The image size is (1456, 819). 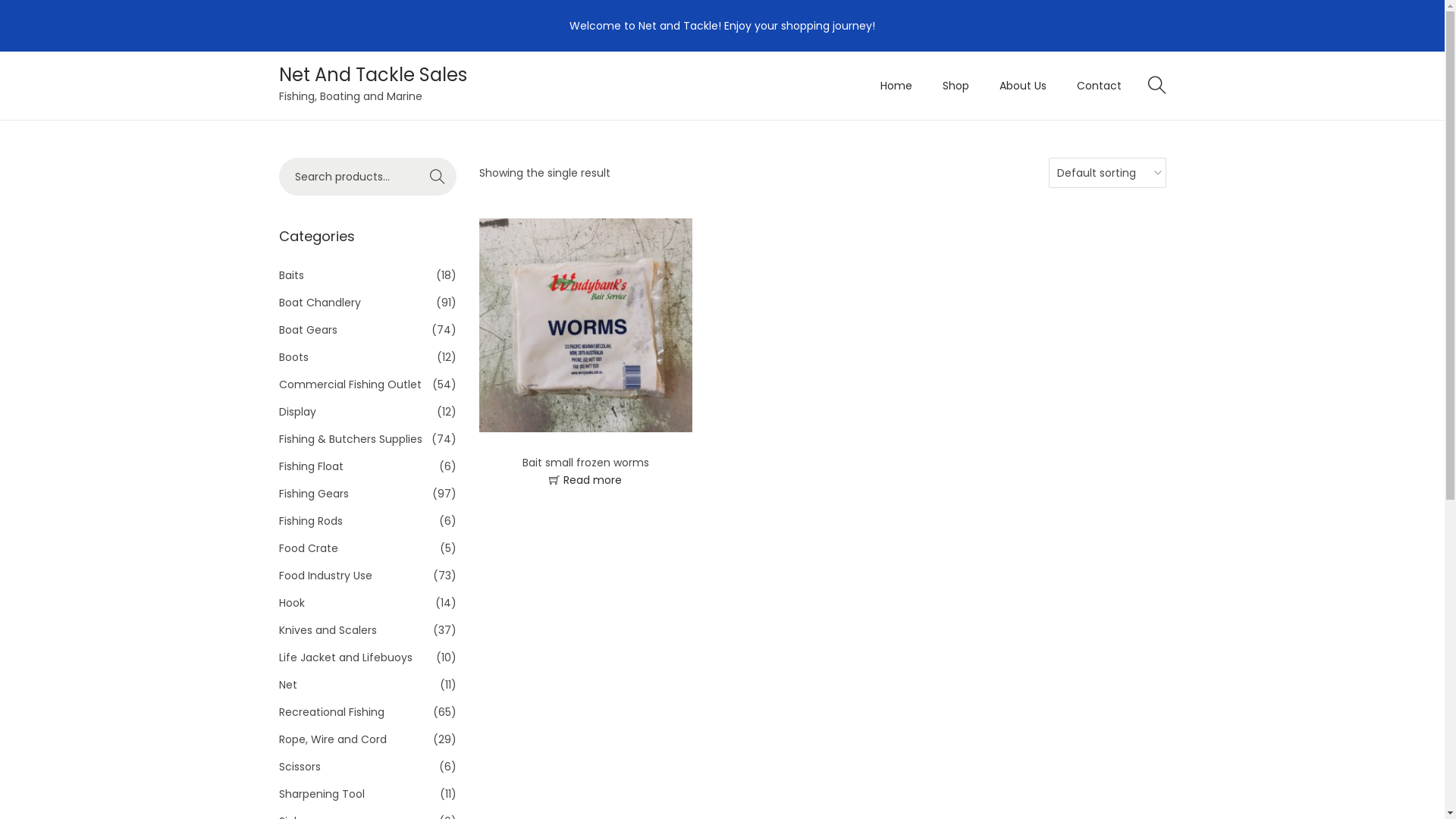 What do you see at coordinates (291, 275) in the screenshot?
I see `'Baits'` at bounding box center [291, 275].